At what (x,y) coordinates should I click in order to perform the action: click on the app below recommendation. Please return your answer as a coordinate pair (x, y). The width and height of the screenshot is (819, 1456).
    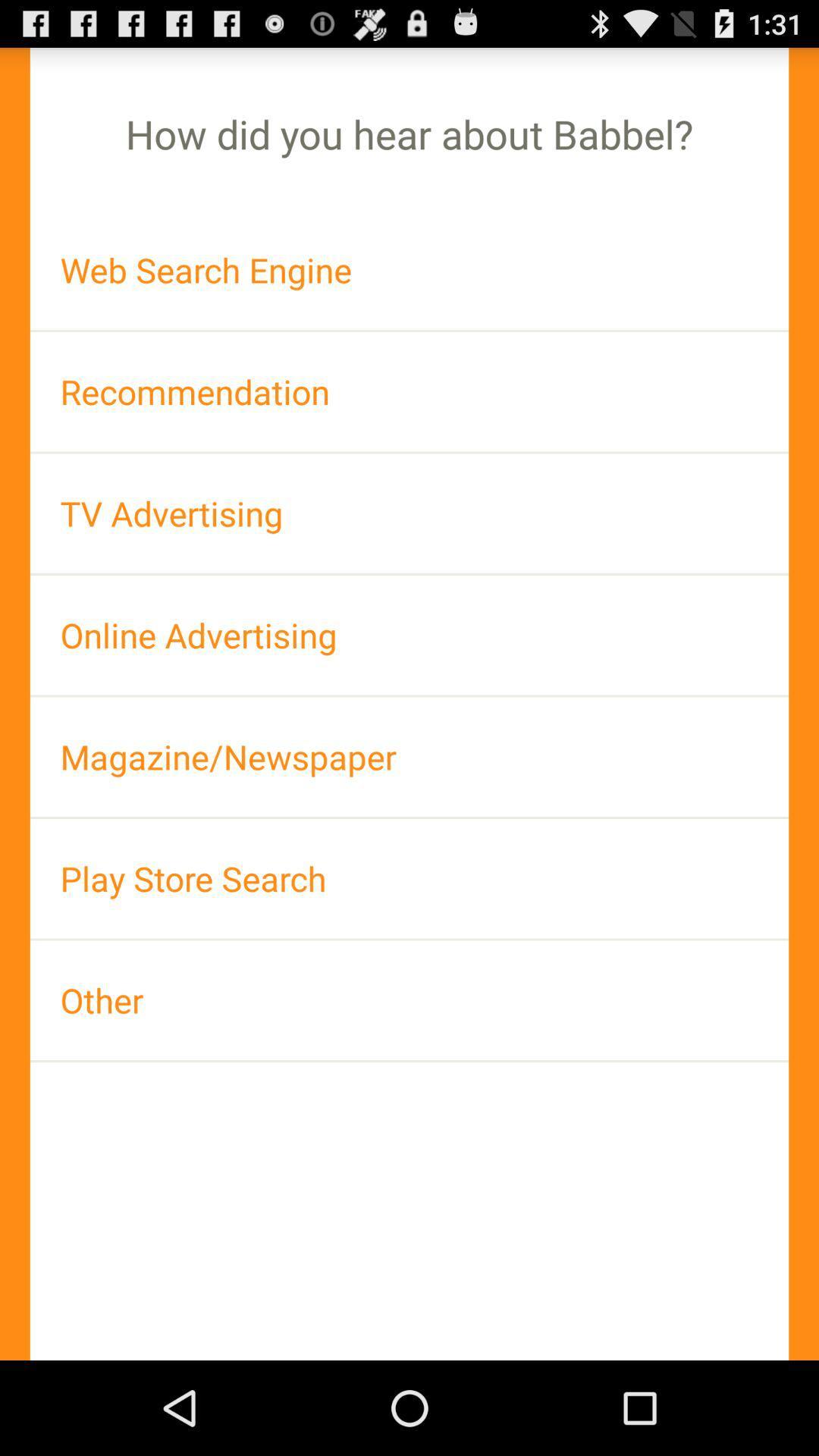
    Looking at the image, I should click on (409, 513).